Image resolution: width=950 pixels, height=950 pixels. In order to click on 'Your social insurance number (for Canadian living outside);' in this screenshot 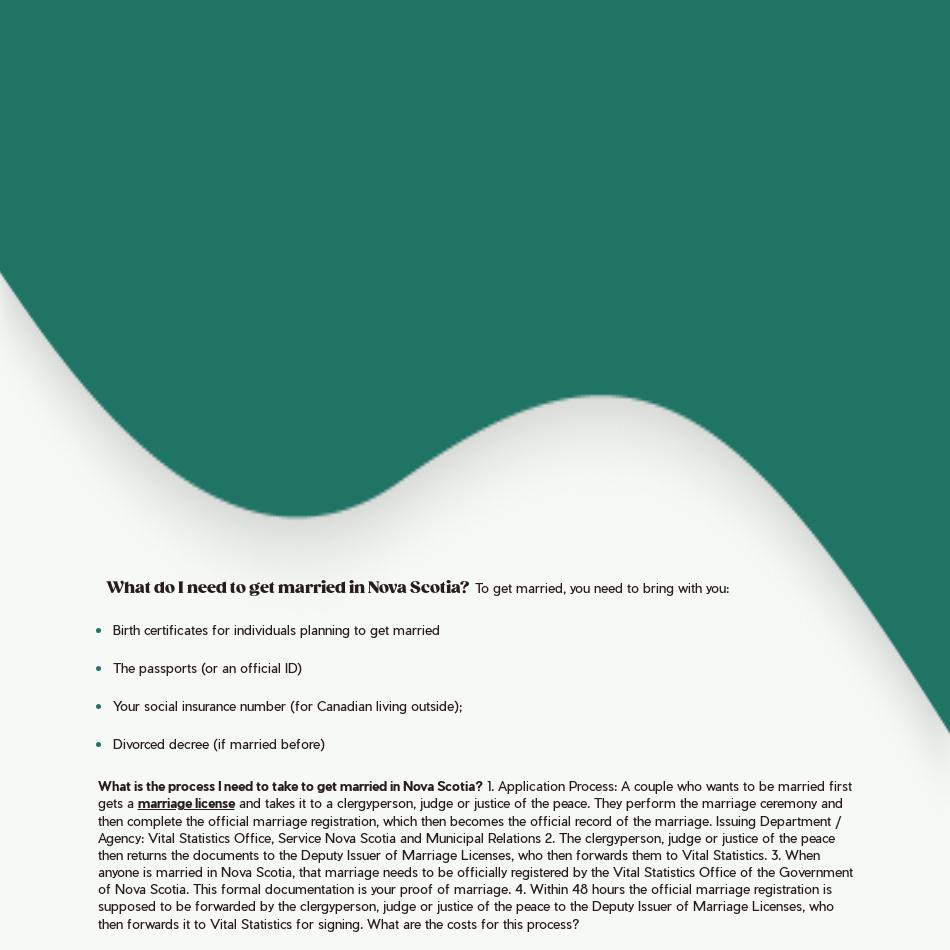, I will do `click(285, 705)`.